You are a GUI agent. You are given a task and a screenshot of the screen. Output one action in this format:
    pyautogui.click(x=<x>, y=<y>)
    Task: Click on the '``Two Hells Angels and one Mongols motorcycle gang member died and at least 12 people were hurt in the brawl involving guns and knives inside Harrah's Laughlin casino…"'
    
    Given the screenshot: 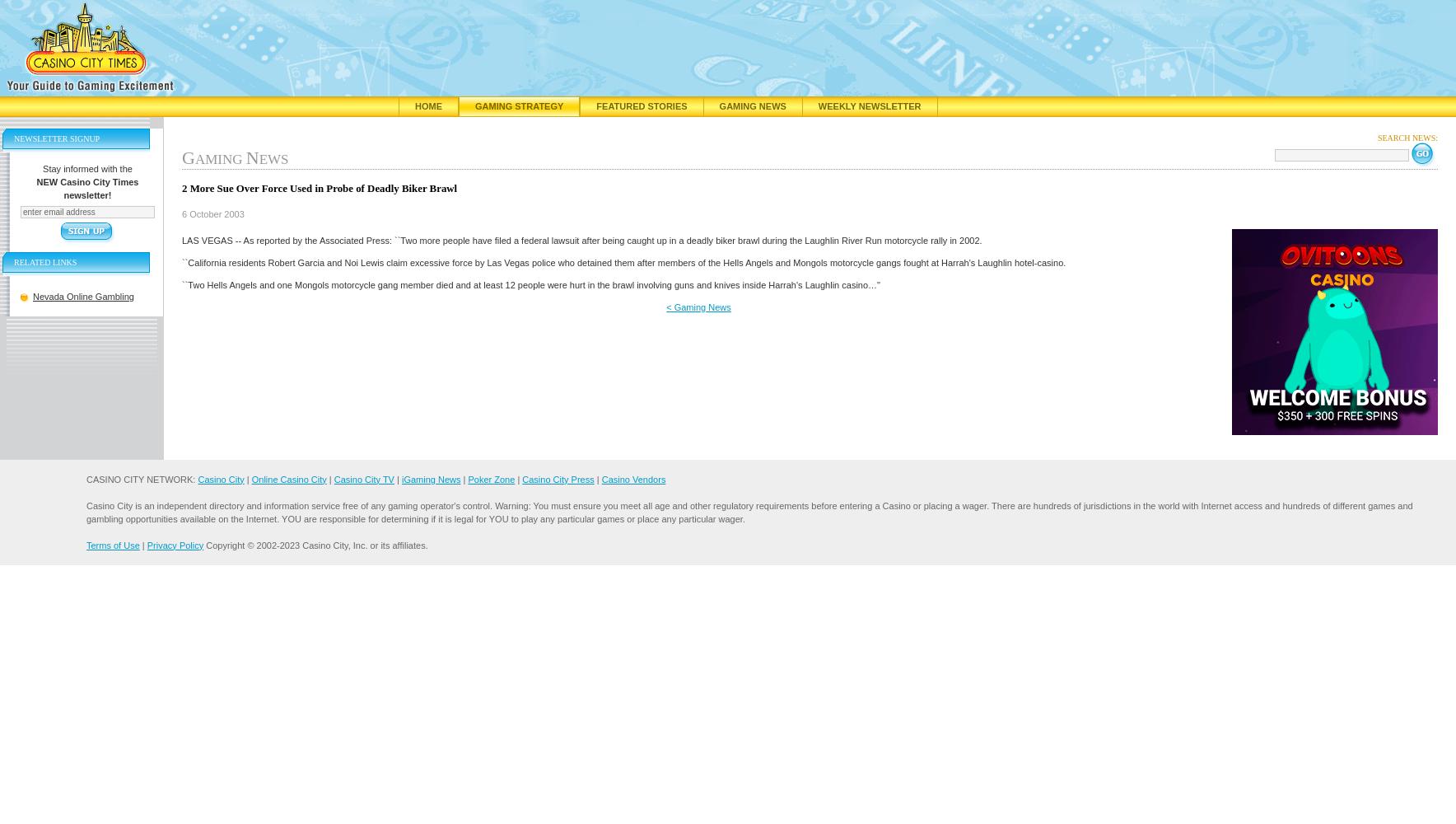 What is the action you would take?
    pyautogui.click(x=530, y=283)
    